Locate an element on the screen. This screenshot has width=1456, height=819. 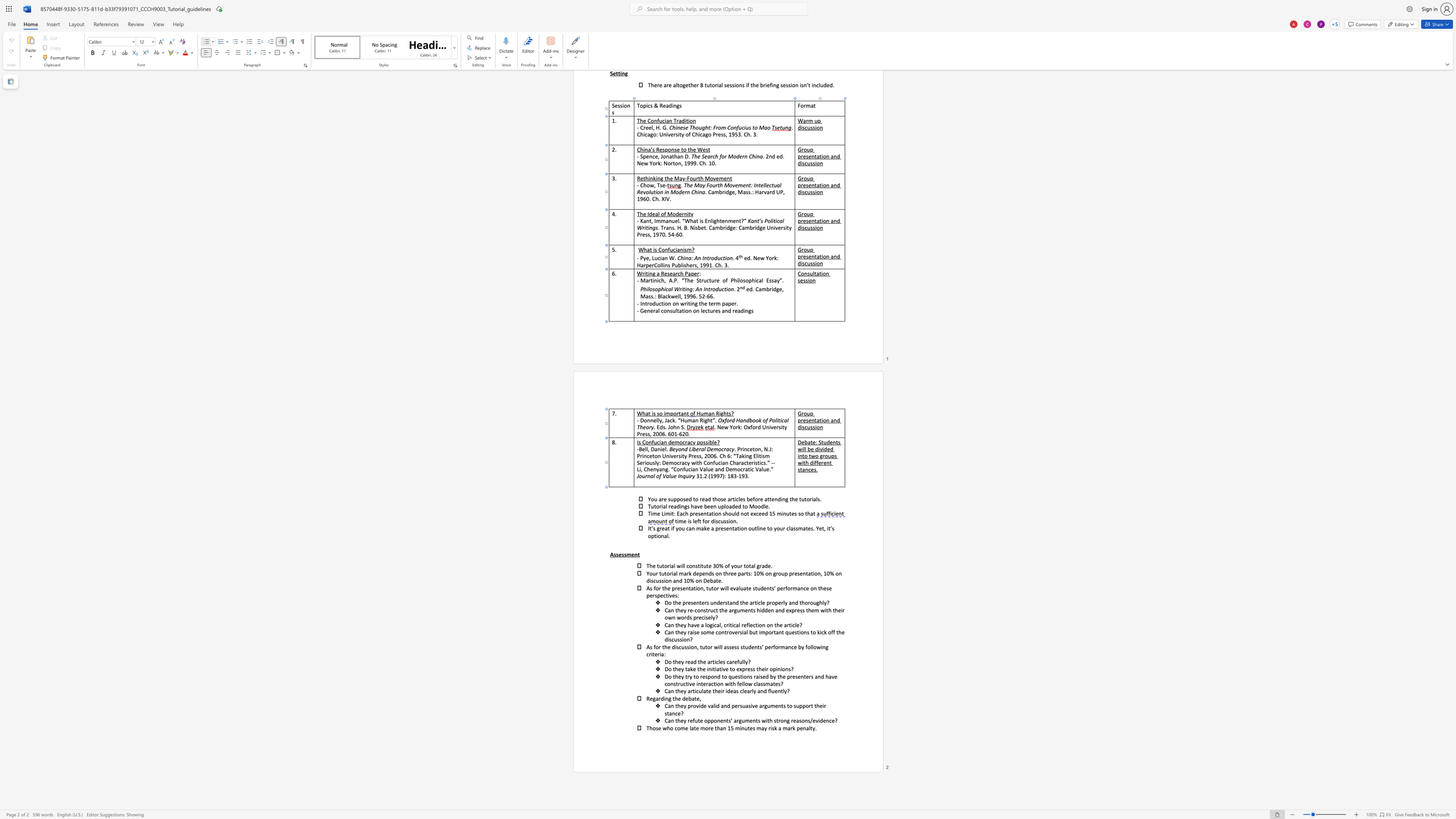
the space between the continuous character "e" and "n" in the text is located at coordinates (803, 727).